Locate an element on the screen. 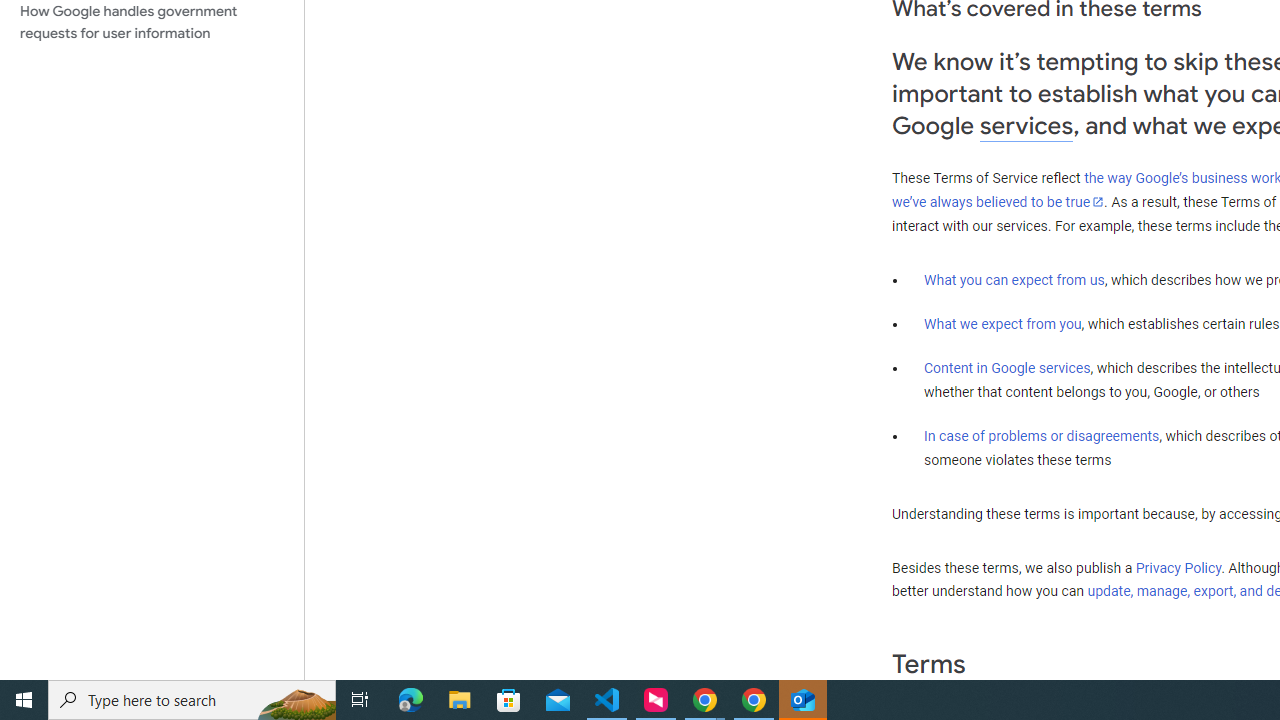  'services' is located at coordinates (1026, 125).